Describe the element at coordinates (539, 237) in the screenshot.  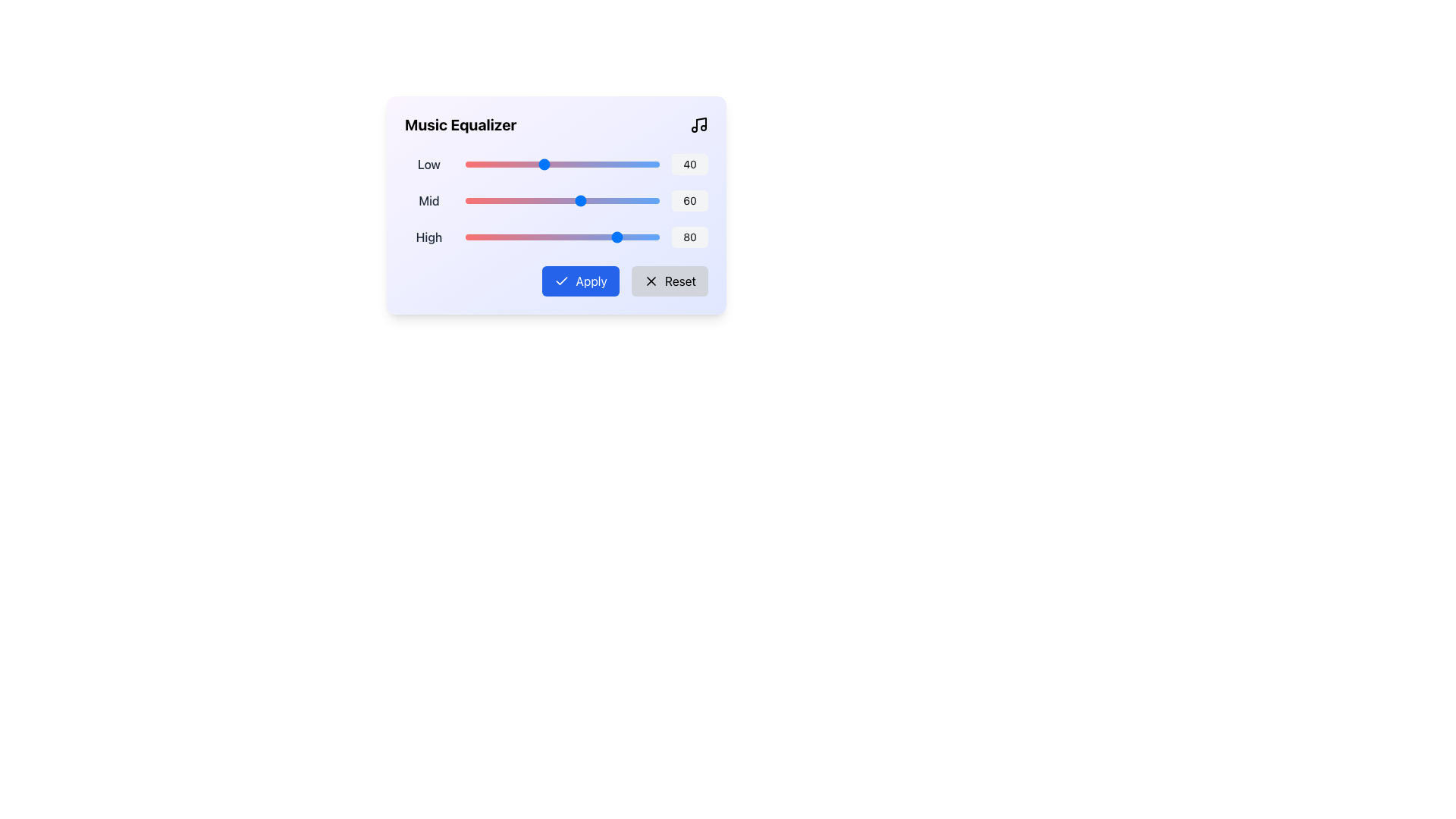
I see `the 'High' audio frequency` at that location.